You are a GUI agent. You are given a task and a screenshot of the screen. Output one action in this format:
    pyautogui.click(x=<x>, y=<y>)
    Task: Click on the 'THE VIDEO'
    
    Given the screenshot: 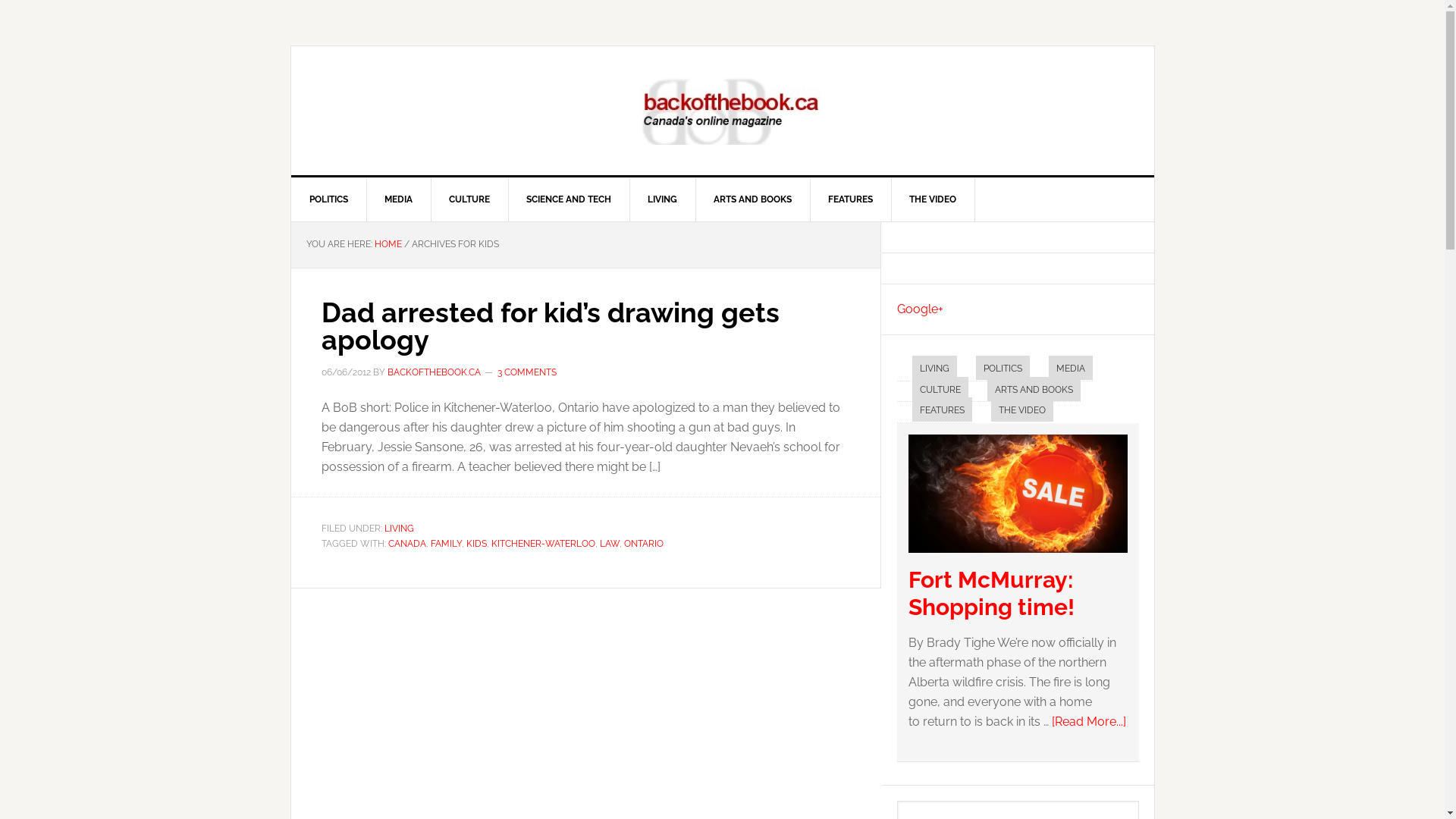 What is the action you would take?
    pyautogui.click(x=990, y=409)
    